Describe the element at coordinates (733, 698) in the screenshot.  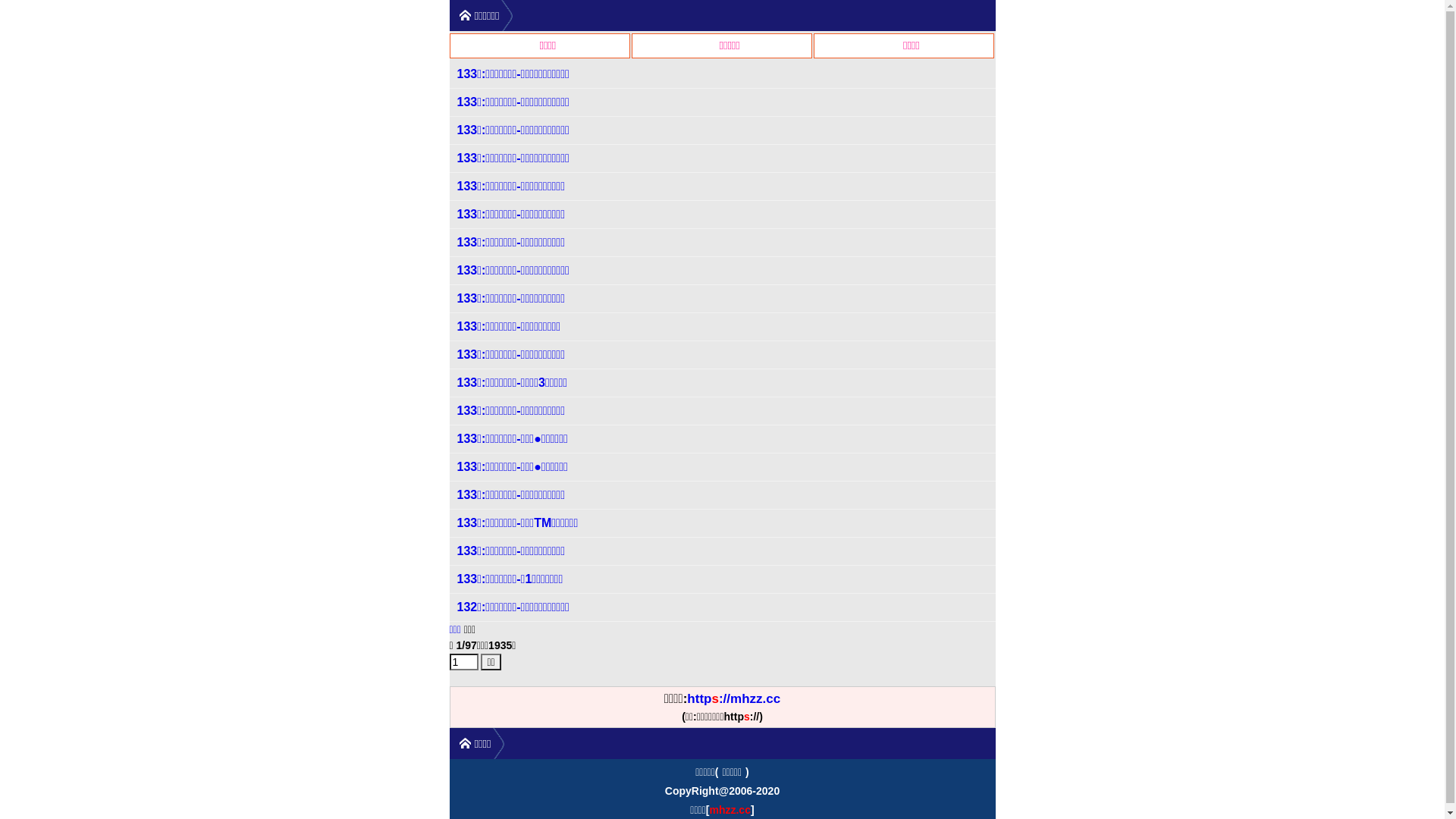
I see `'https://mhzz.cc'` at that location.